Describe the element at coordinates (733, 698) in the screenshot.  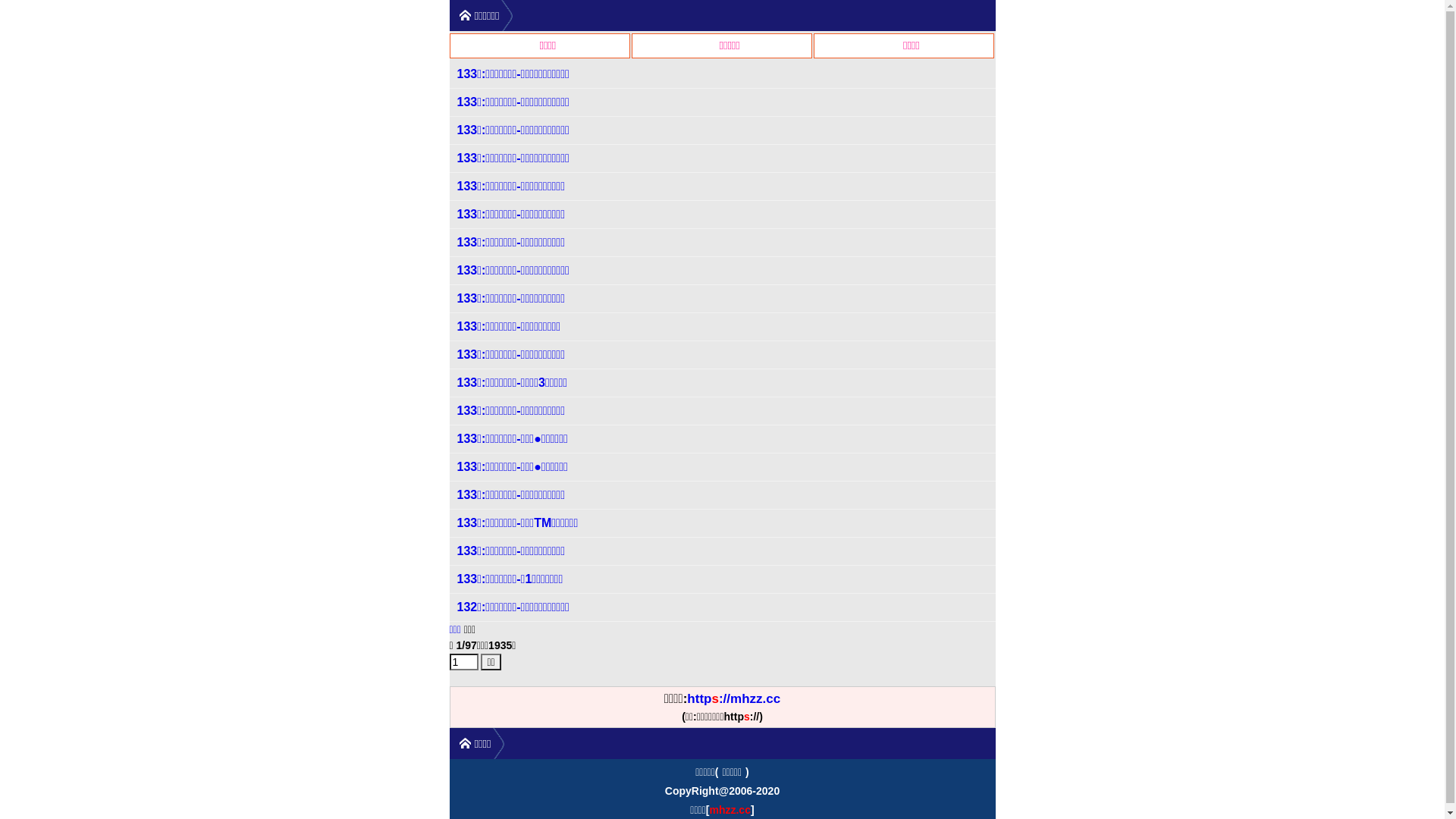
I see `'https://mhzz.cc'` at that location.